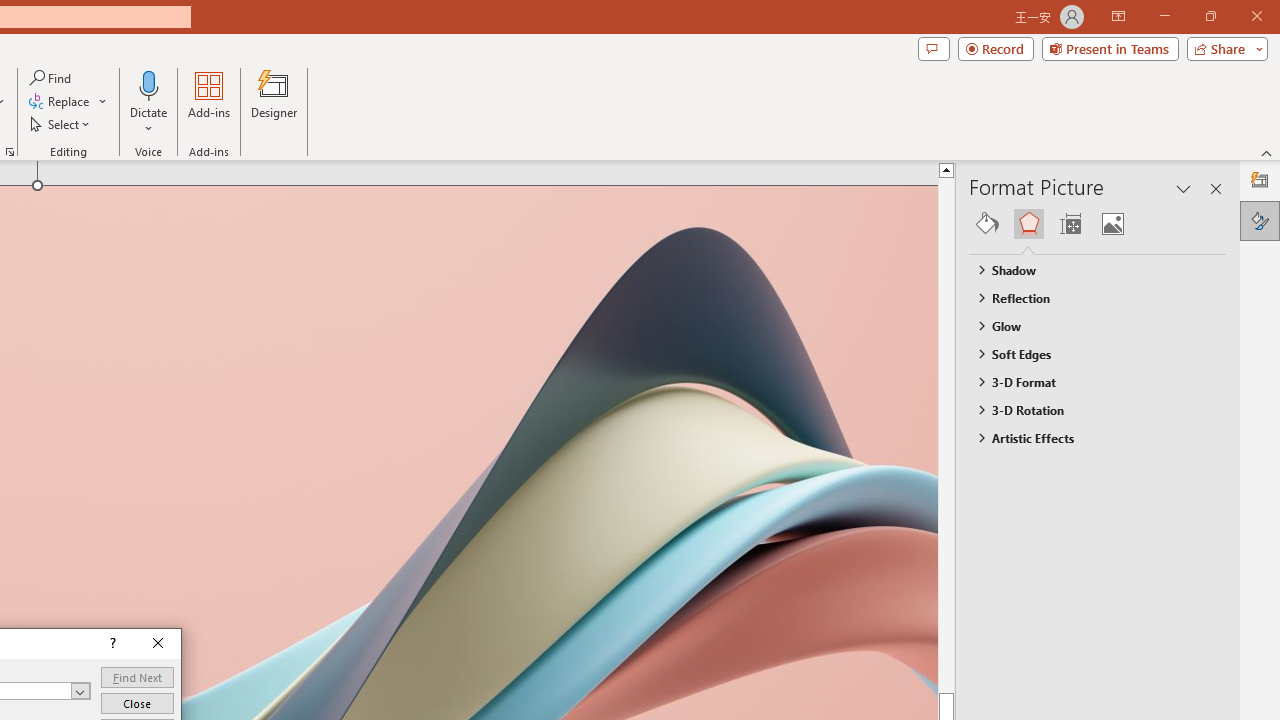 Image resolution: width=1280 pixels, height=720 pixels. What do you see at coordinates (932, 47) in the screenshot?
I see `'Comments'` at bounding box center [932, 47].